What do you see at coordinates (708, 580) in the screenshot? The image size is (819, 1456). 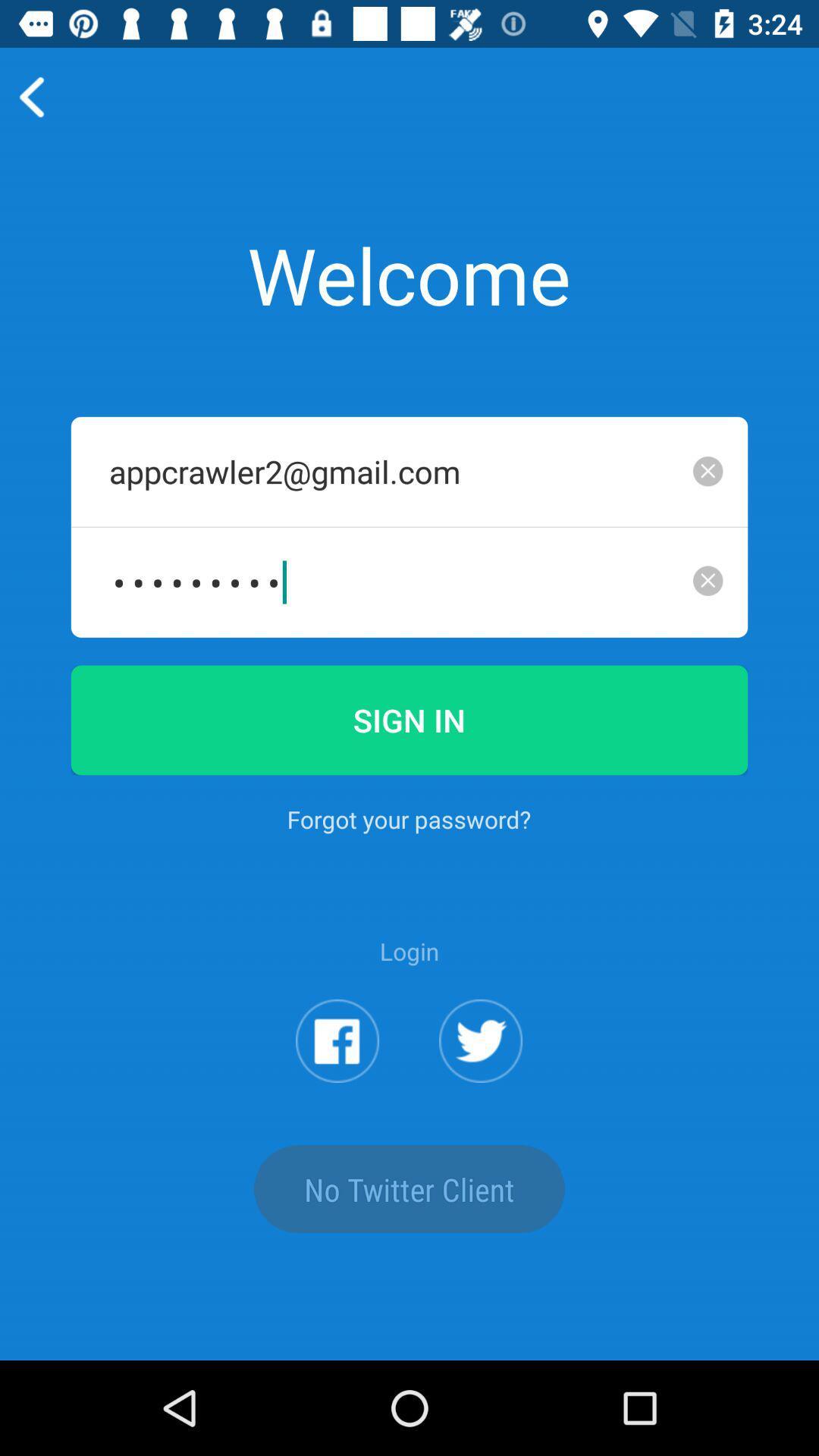 I see `to delete typed password` at bounding box center [708, 580].